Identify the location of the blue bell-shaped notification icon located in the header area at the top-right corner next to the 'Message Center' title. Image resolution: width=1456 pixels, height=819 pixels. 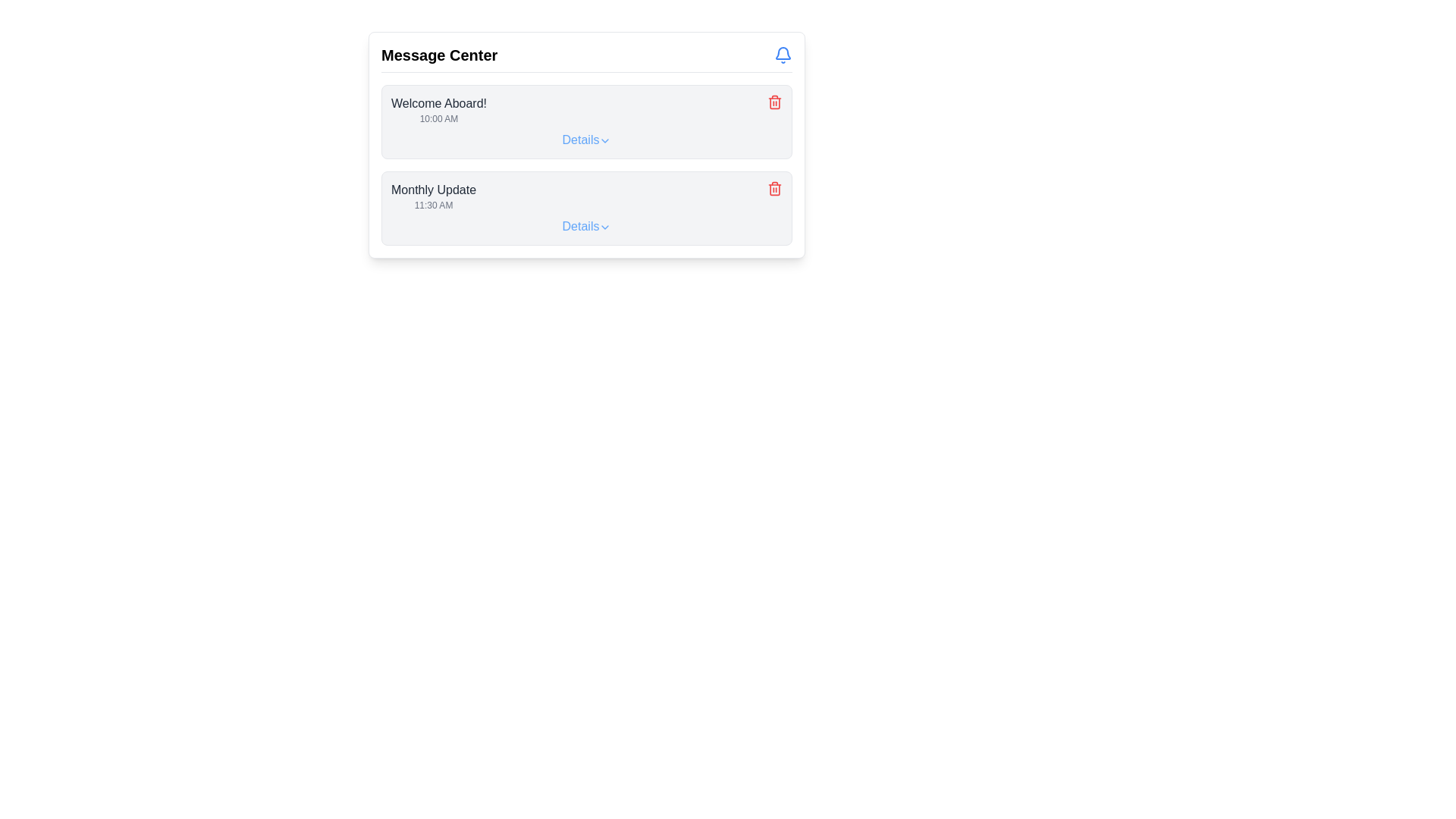
(783, 55).